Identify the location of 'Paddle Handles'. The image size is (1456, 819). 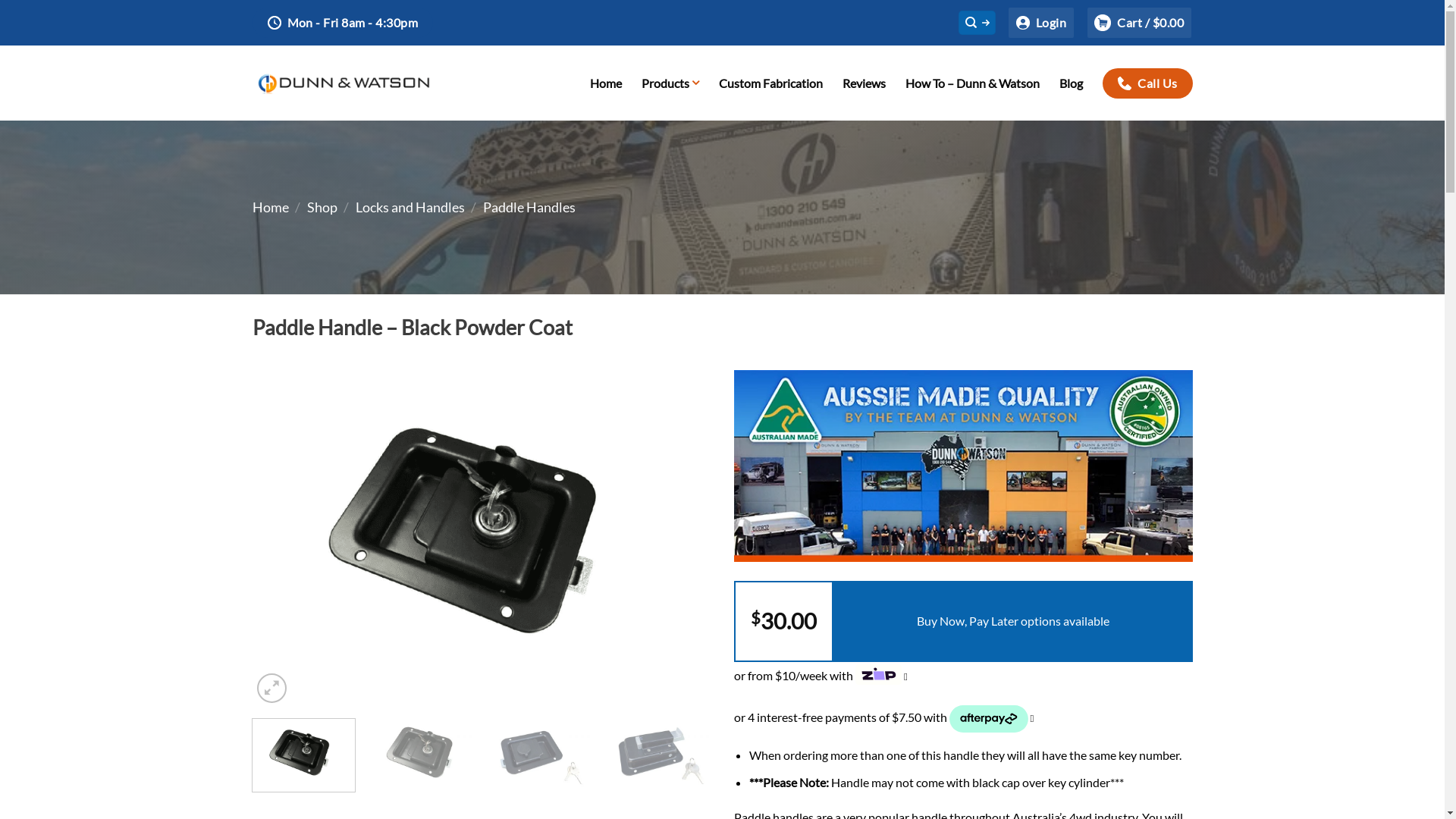
(529, 207).